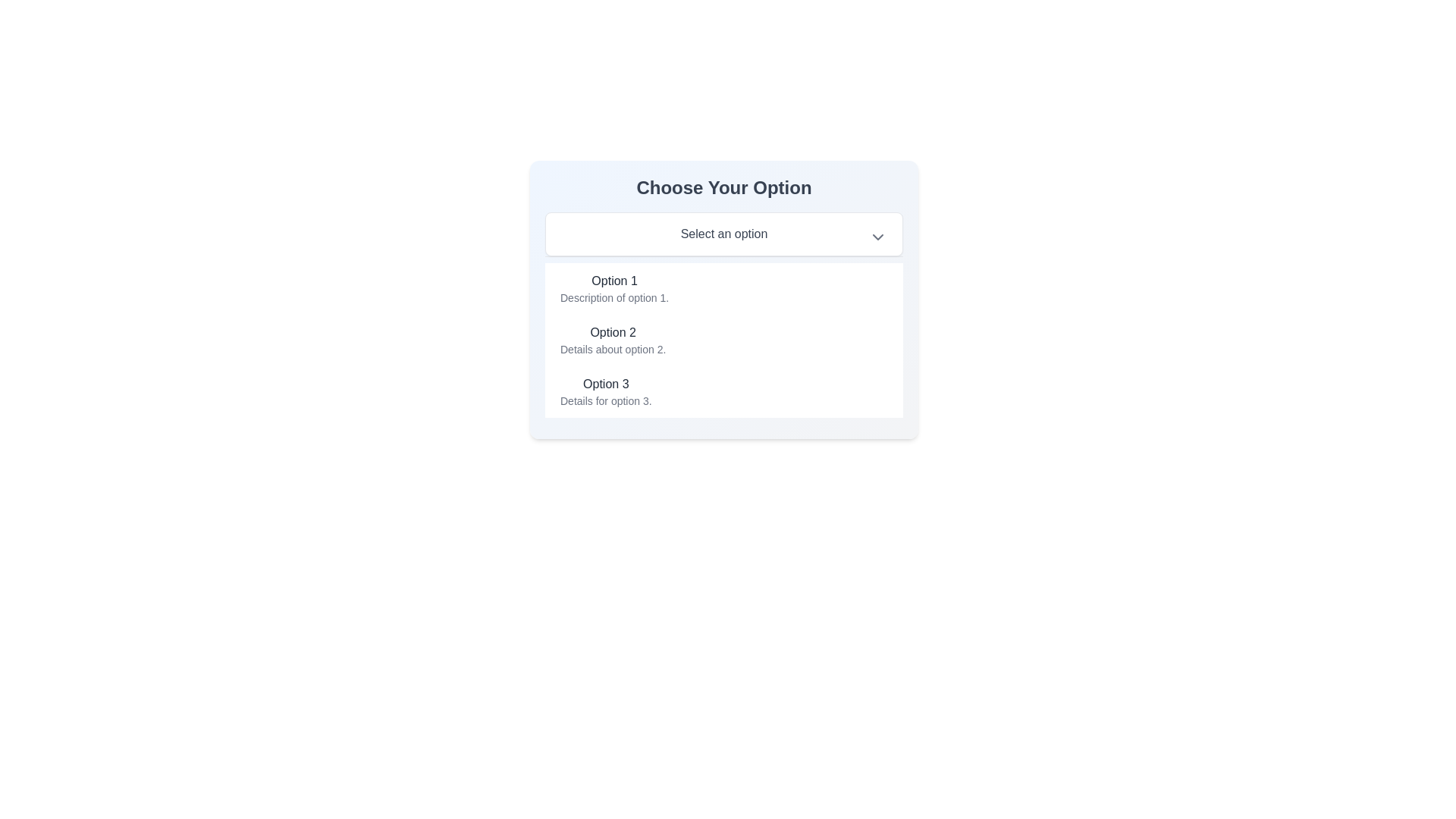  I want to click on the selectable option element titled 'Option 1', so click(723, 289).